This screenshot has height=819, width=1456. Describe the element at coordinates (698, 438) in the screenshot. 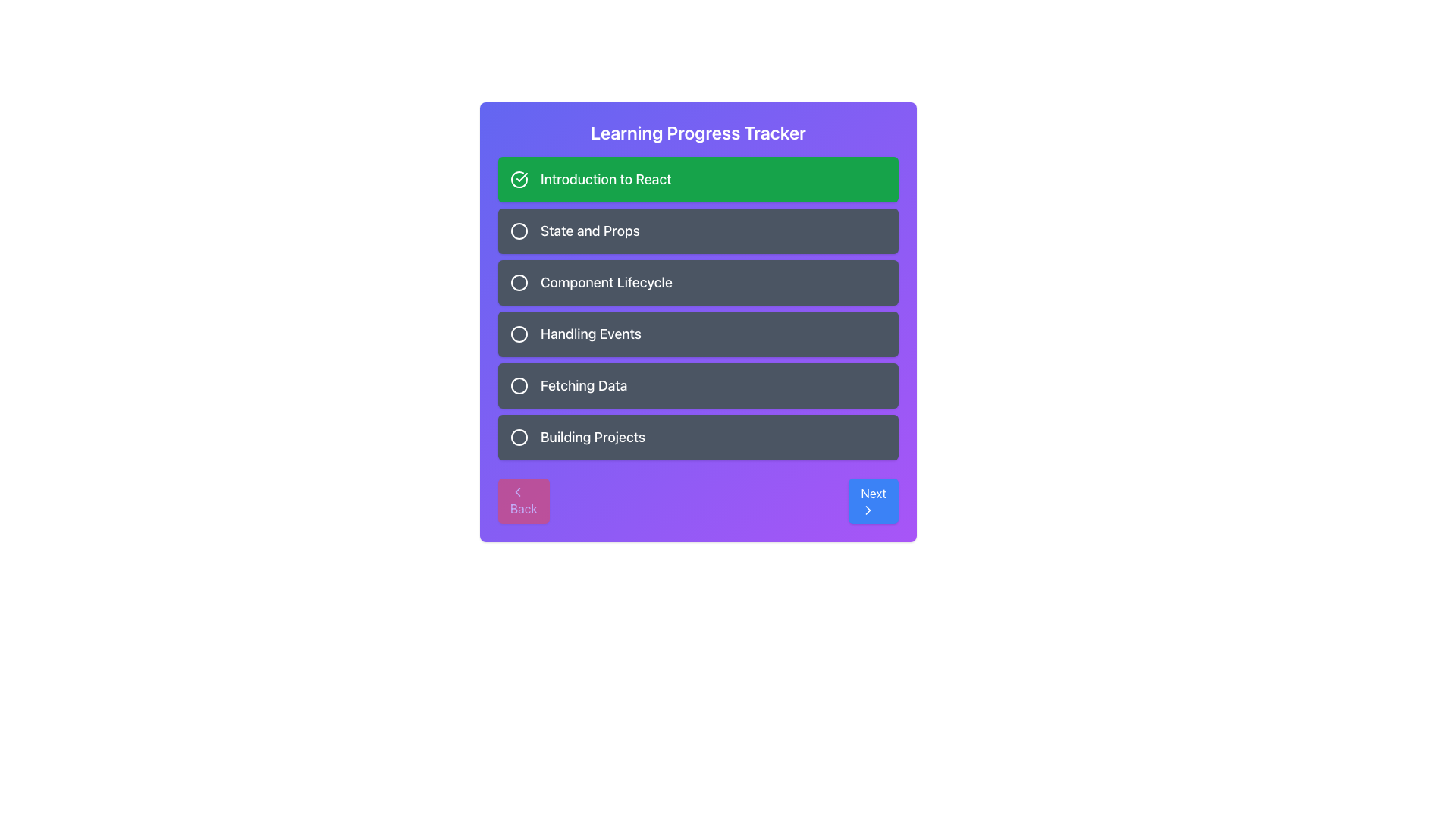

I see `the sixth list item in the Learning Progress Tracker interface` at that location.